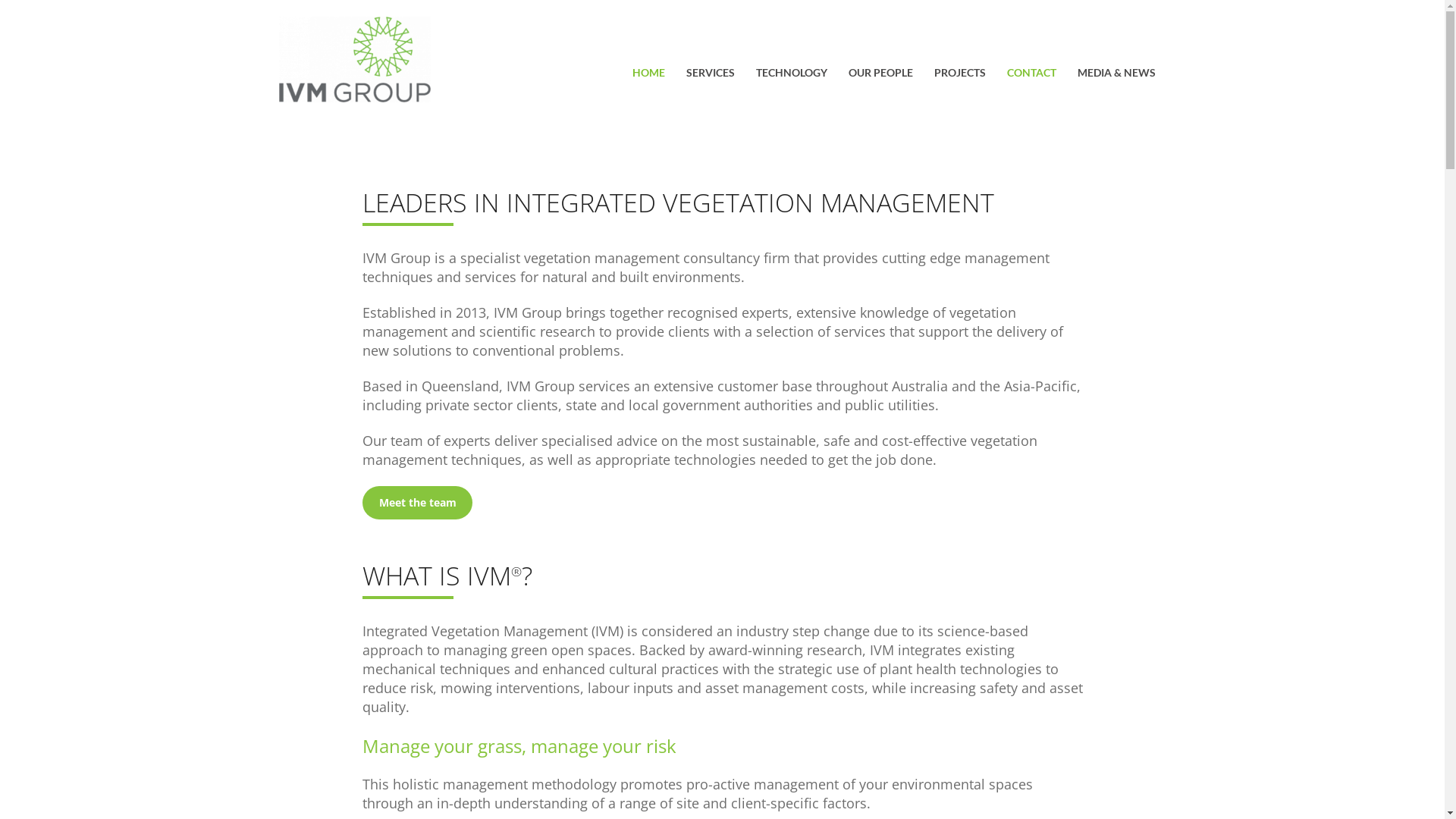 The width and height of the screenshot is (1456, 819). Describe the element at coordinates (648, 74) in the screenshot. I see `'HOME'` at that location.